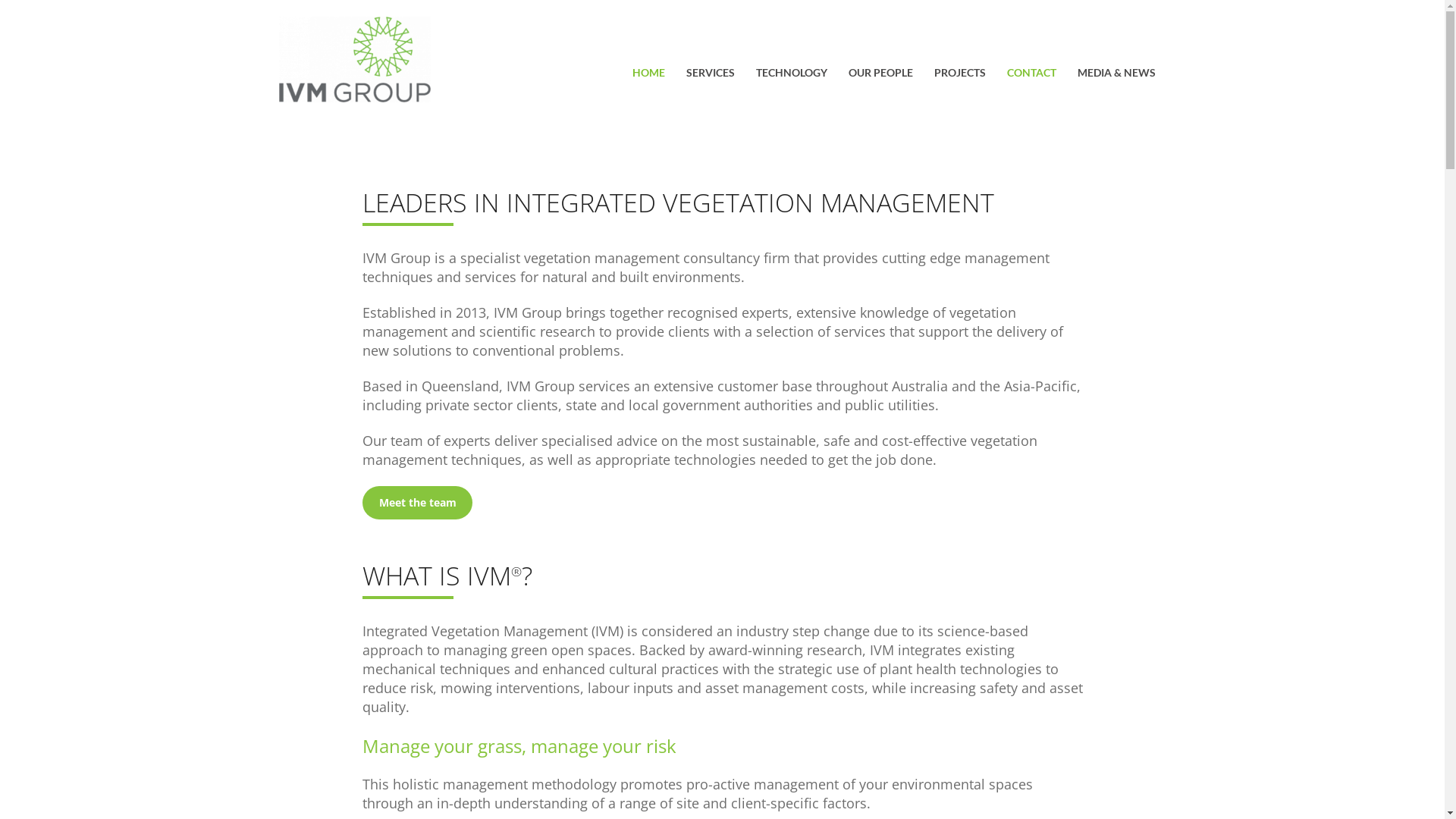 The width and height of the screenshot is (1456, 819). Describe the element at coordinates (648, 74) in the screenshot. I see `'HOME'` at that location.